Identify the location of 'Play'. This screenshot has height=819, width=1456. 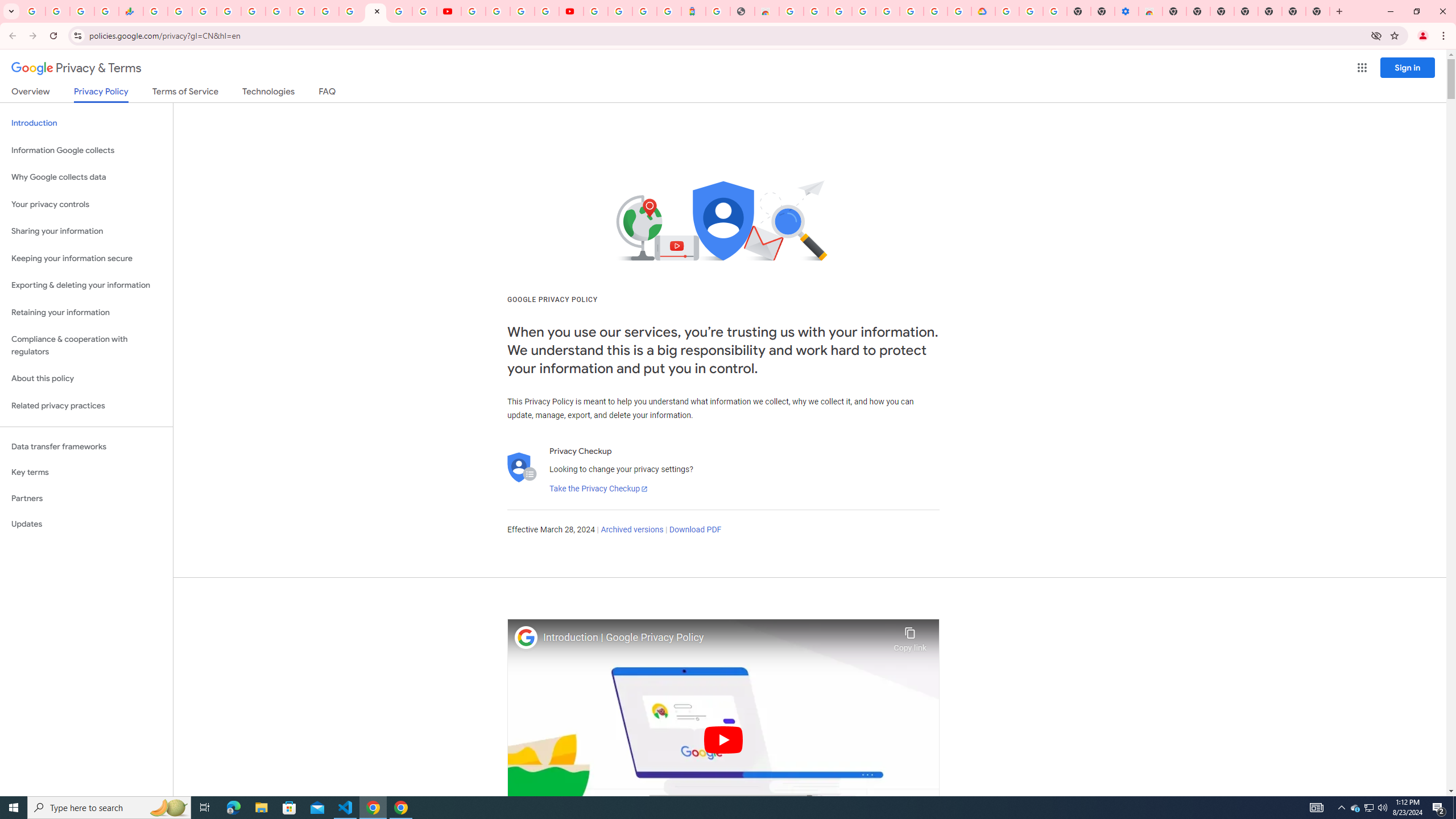
(723, 739).